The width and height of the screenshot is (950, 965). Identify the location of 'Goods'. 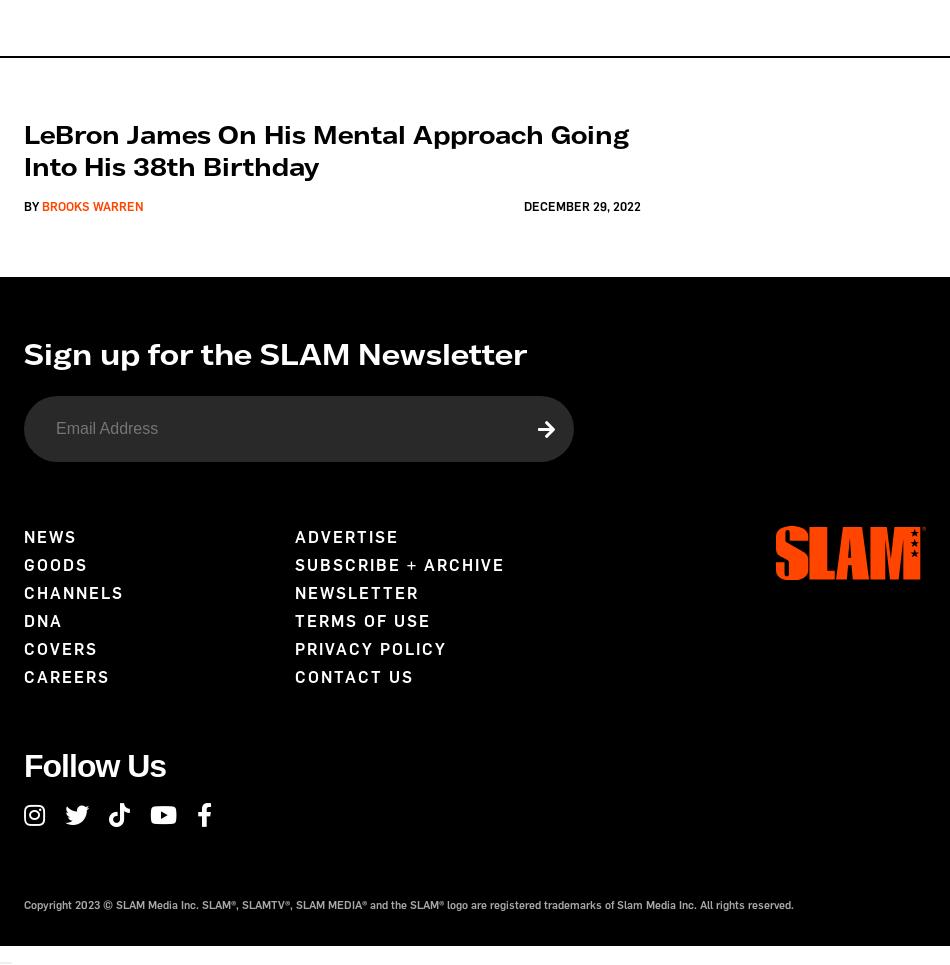
(55, 564).